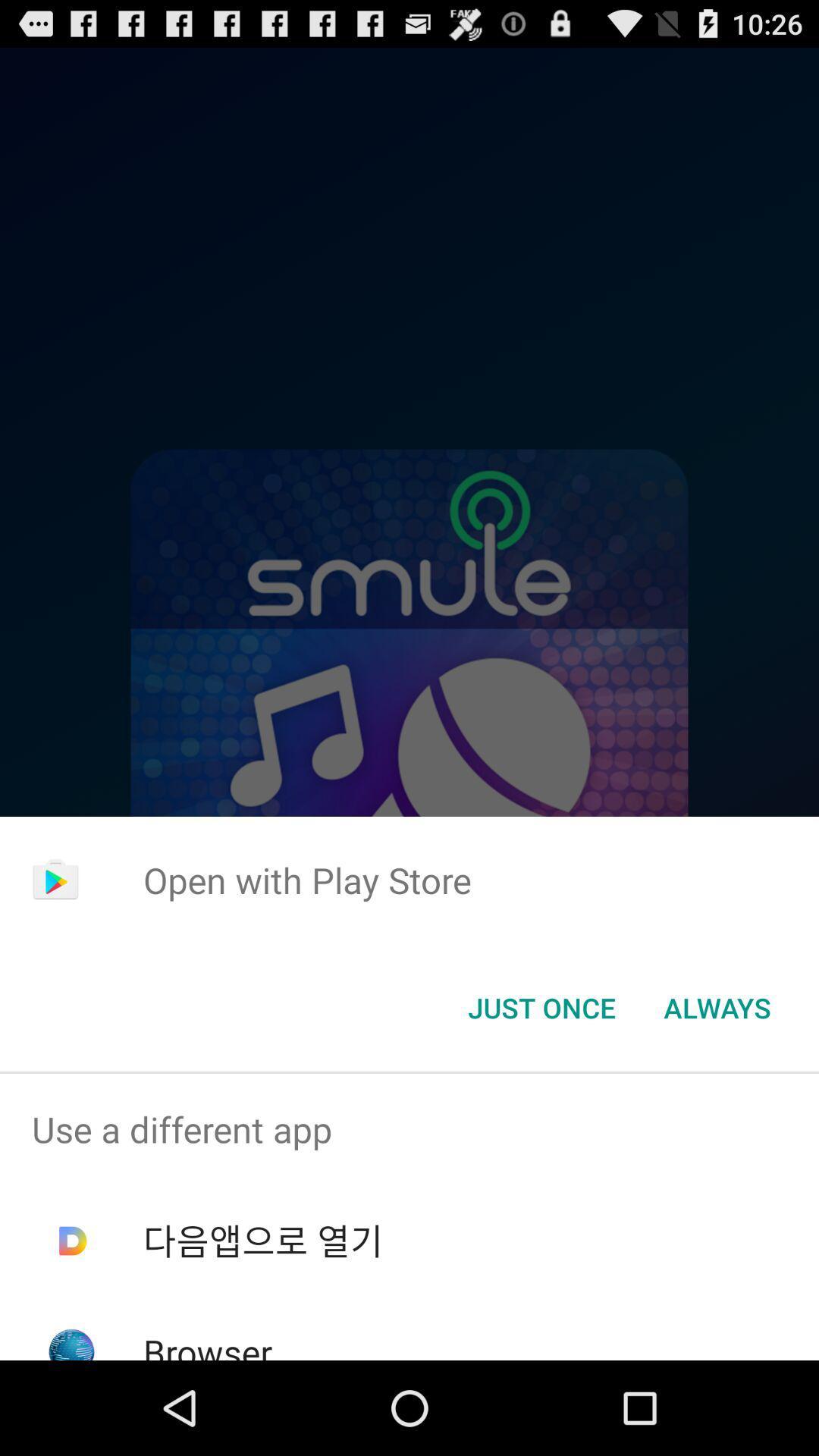  What do you see at coordinates (717, 1008) in the screenshot?
I see `icon at the bottom right corner` at bounding box center [717, 1008].